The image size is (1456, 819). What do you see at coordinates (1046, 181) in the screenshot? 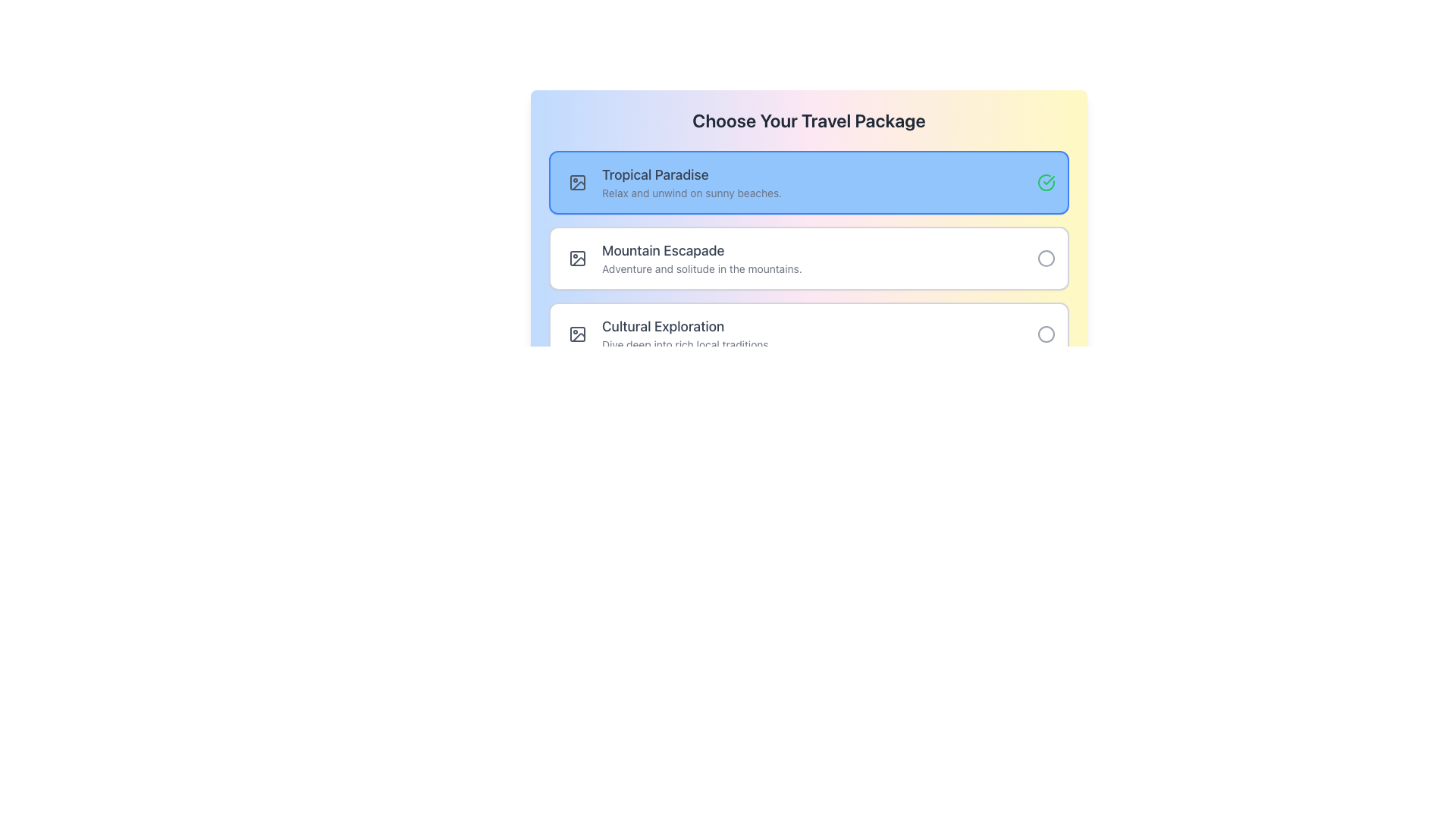
I see `Decorative Icon, a green circular icon with a checkmark indicating completion, located in the top-right corner of the 'Tropical Paradise' card` at bounding box center [1046, 181].